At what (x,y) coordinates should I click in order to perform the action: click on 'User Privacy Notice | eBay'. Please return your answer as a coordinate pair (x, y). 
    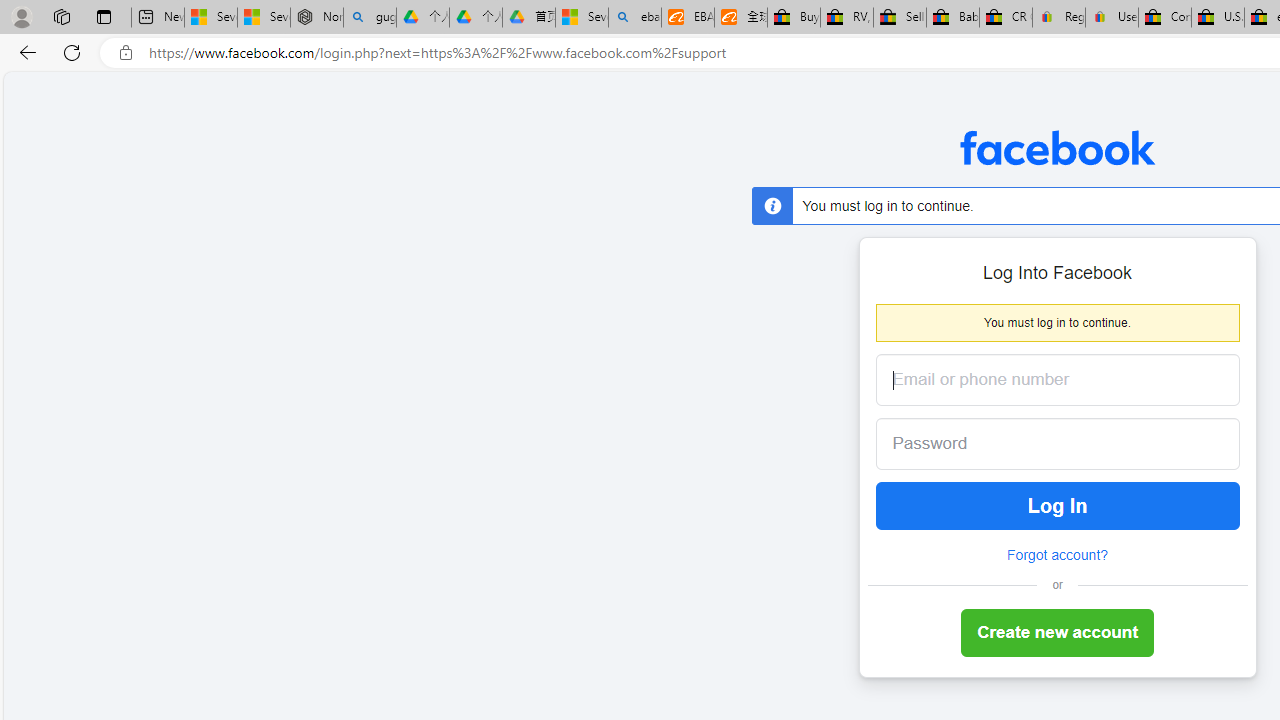
    Looking at the image, I should click on (1110, 17).